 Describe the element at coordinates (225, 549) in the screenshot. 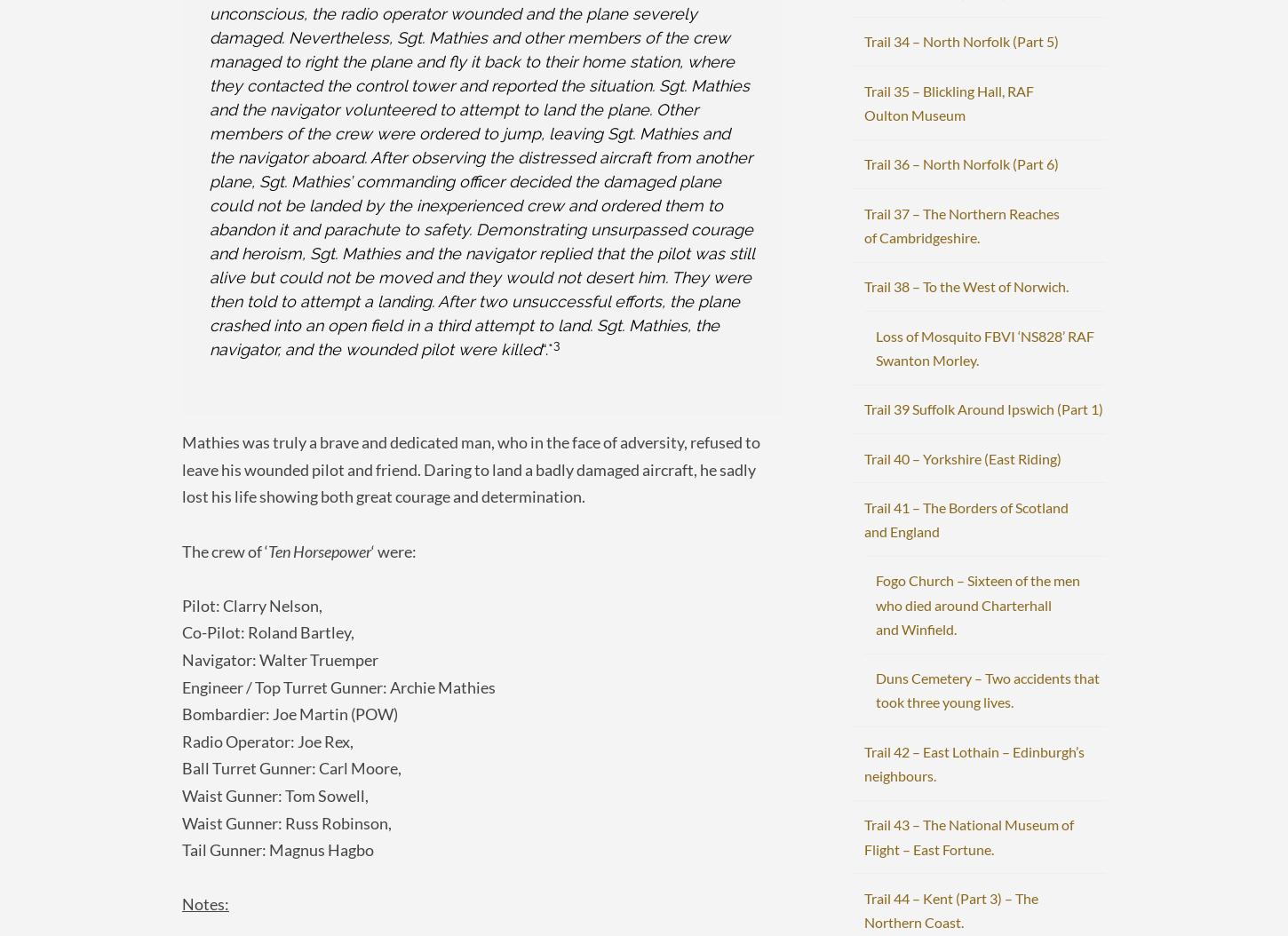

I see `'The crew of ‘'` at that location.